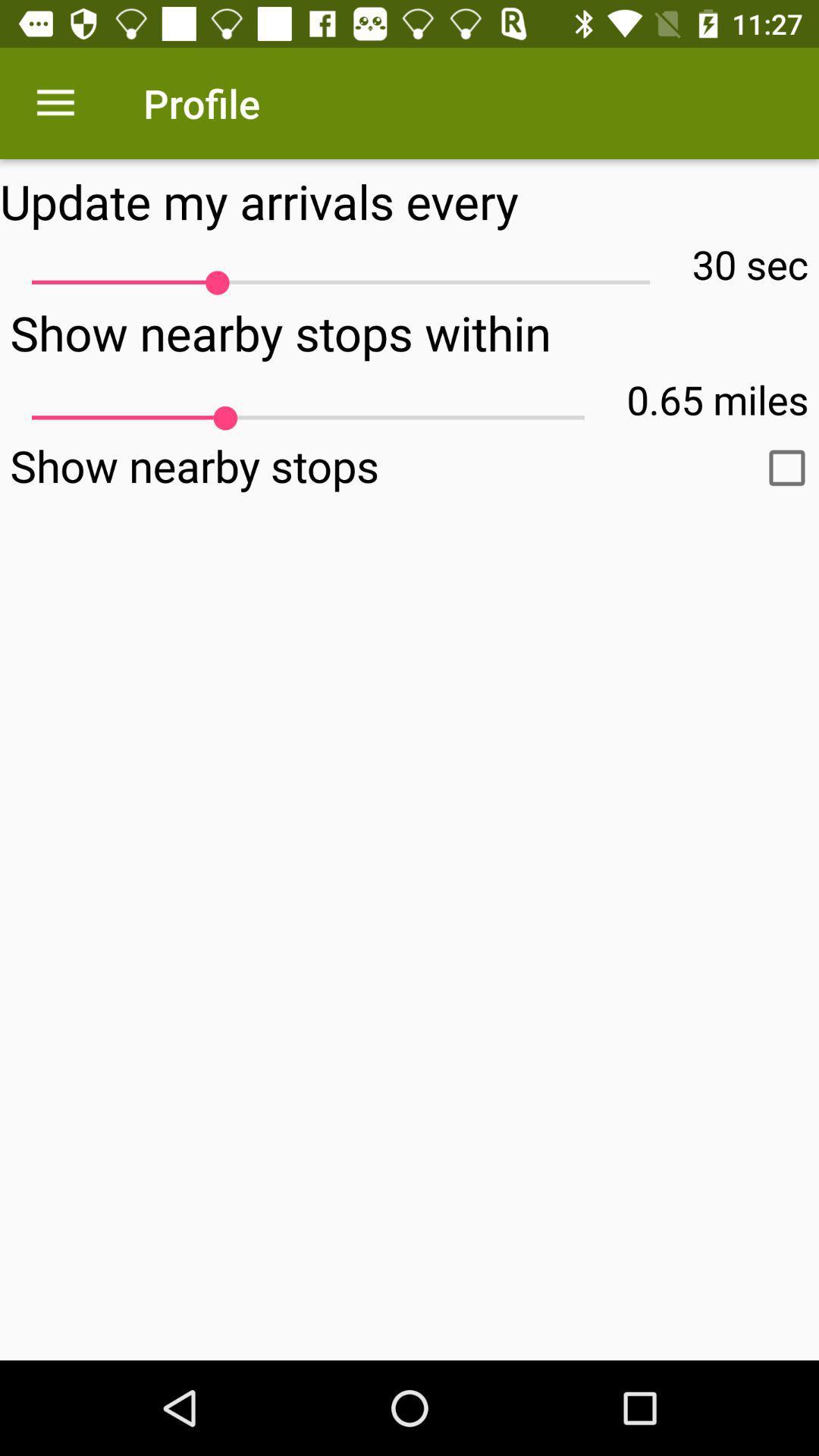 Image resolution: width=819 pixels, height=1456 pixels. I want to click on selection choice, so click(786, 467).